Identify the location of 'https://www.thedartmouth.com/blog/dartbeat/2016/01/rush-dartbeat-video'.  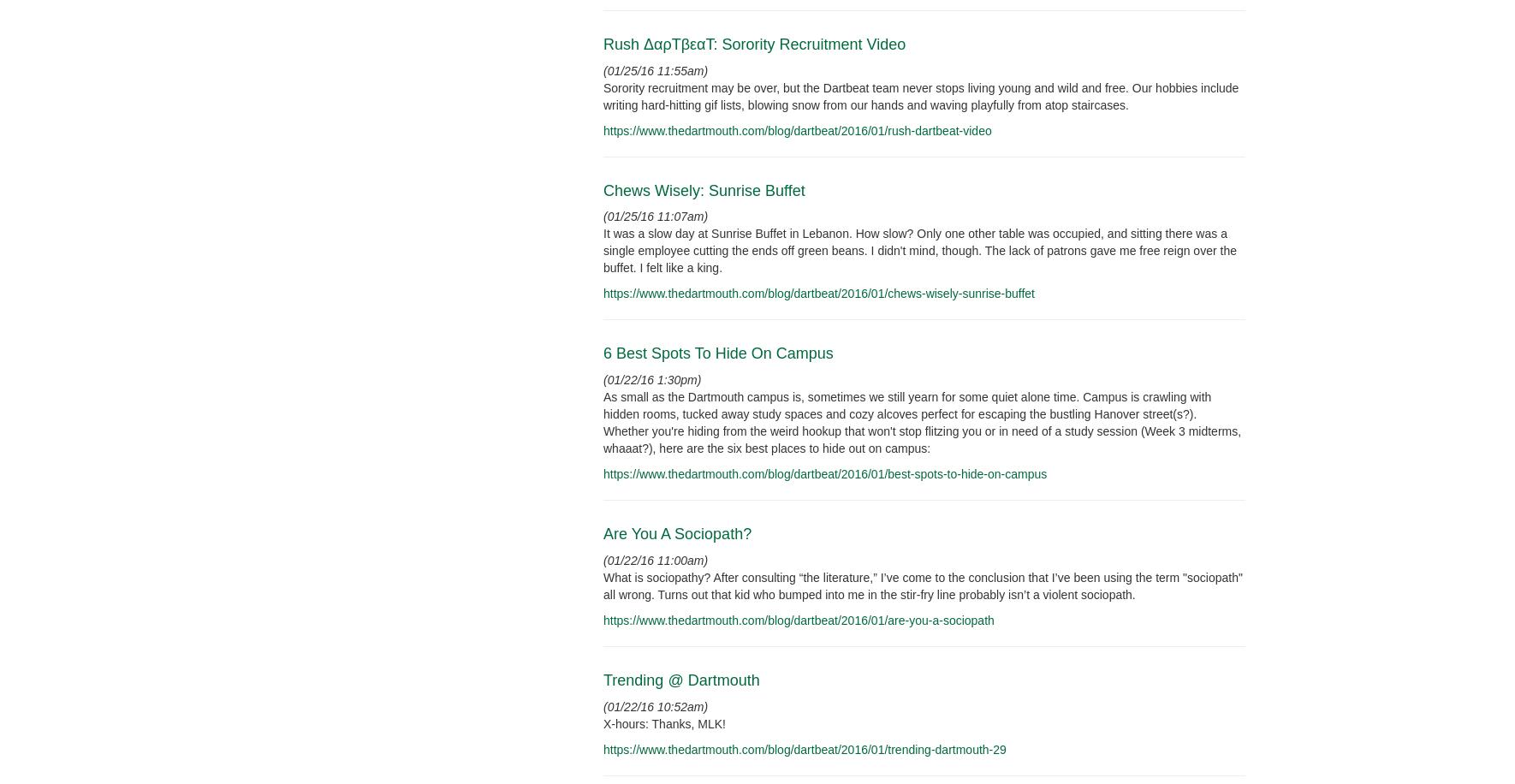
(796, 129).